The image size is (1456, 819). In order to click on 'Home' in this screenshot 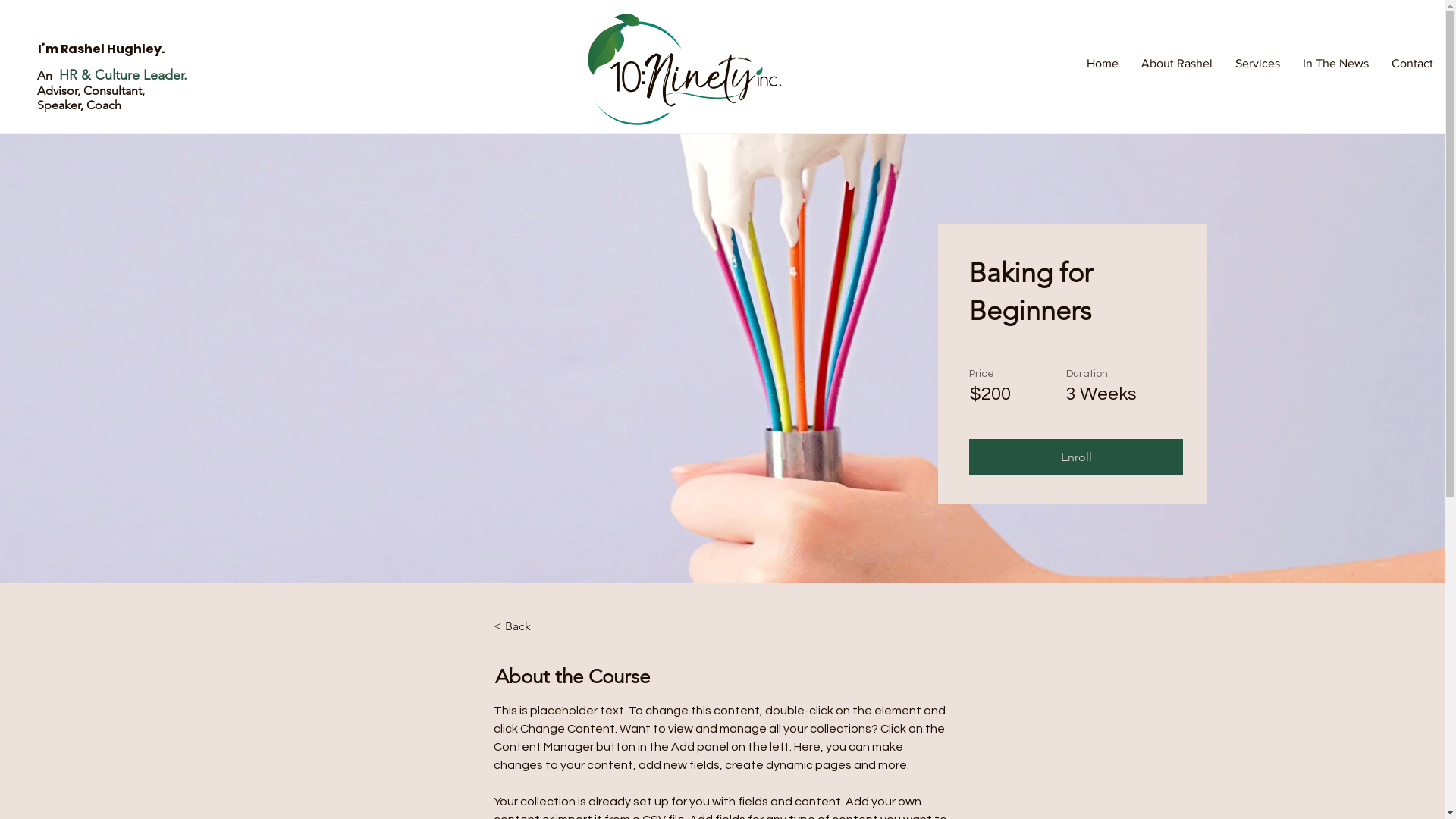, I will do `click(1103, 63)`.